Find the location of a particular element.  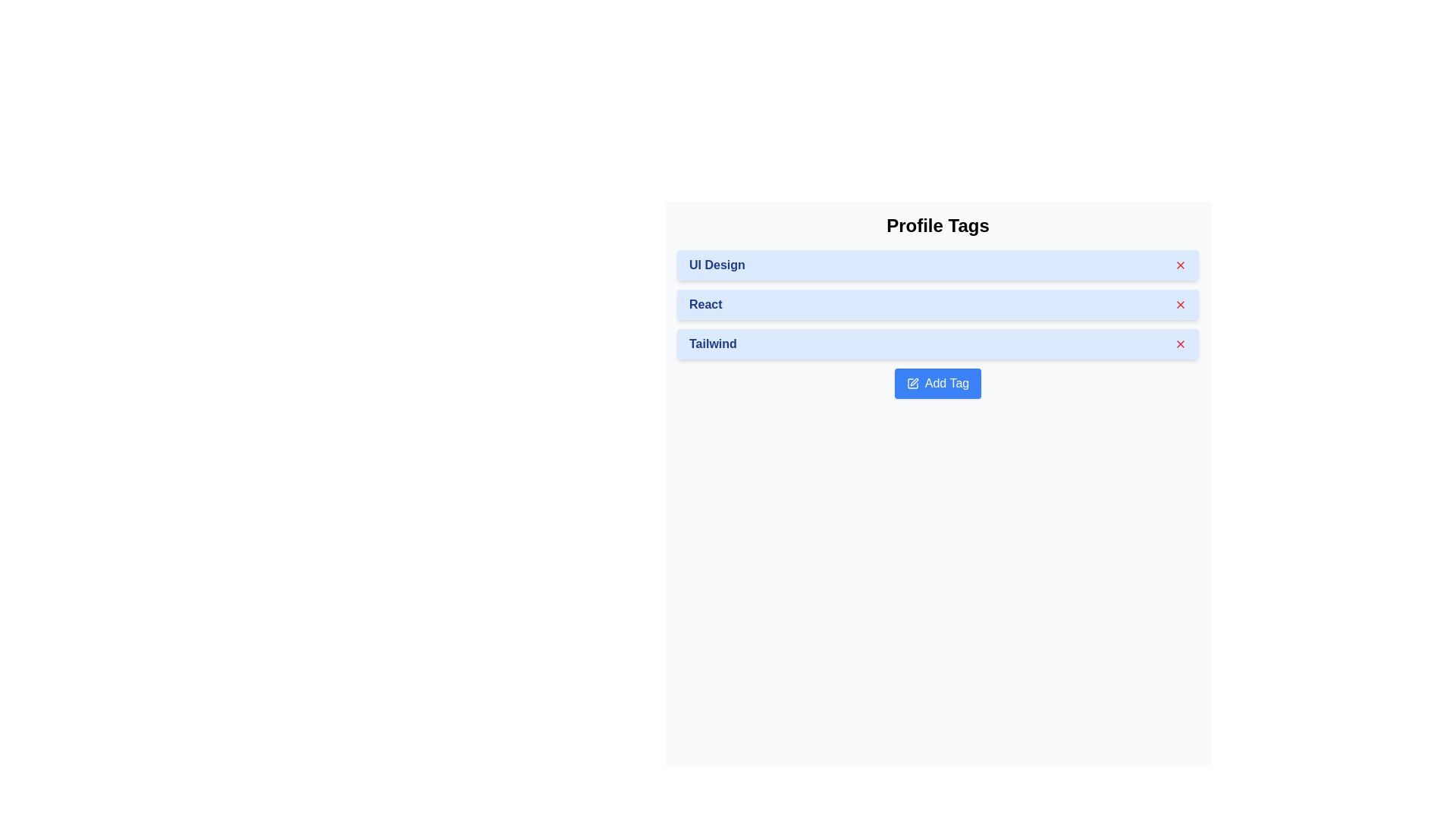

the second List item under 'Profile Tags' which has a blue background and the text 'React' by interacting with it via keyboard focus is located at coordinates (937, 304).